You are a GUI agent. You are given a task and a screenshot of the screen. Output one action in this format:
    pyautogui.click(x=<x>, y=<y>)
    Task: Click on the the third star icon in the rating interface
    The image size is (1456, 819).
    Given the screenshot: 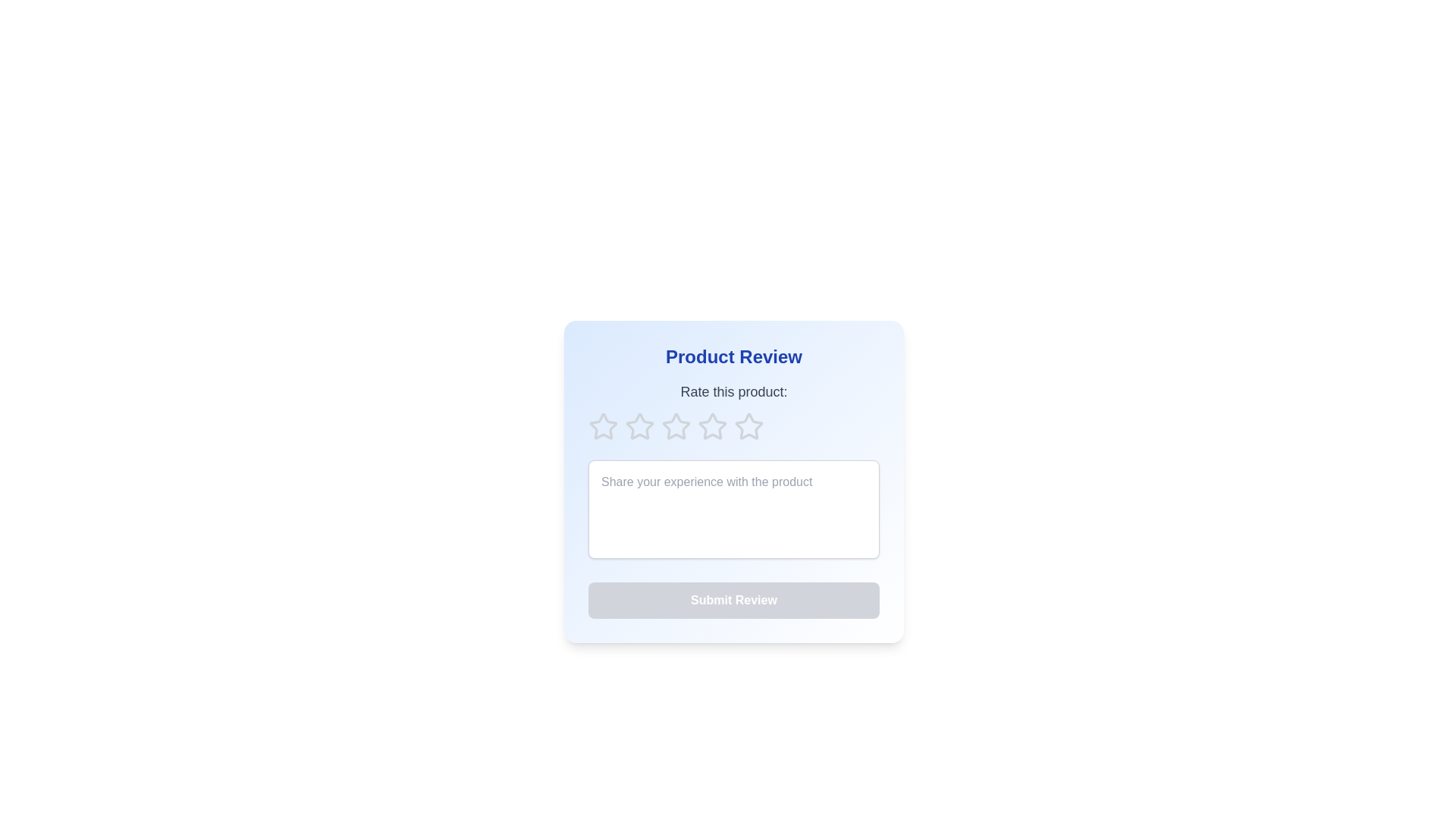 What is the action you would take?
    pyautogui.click(x=712, y=426)
    